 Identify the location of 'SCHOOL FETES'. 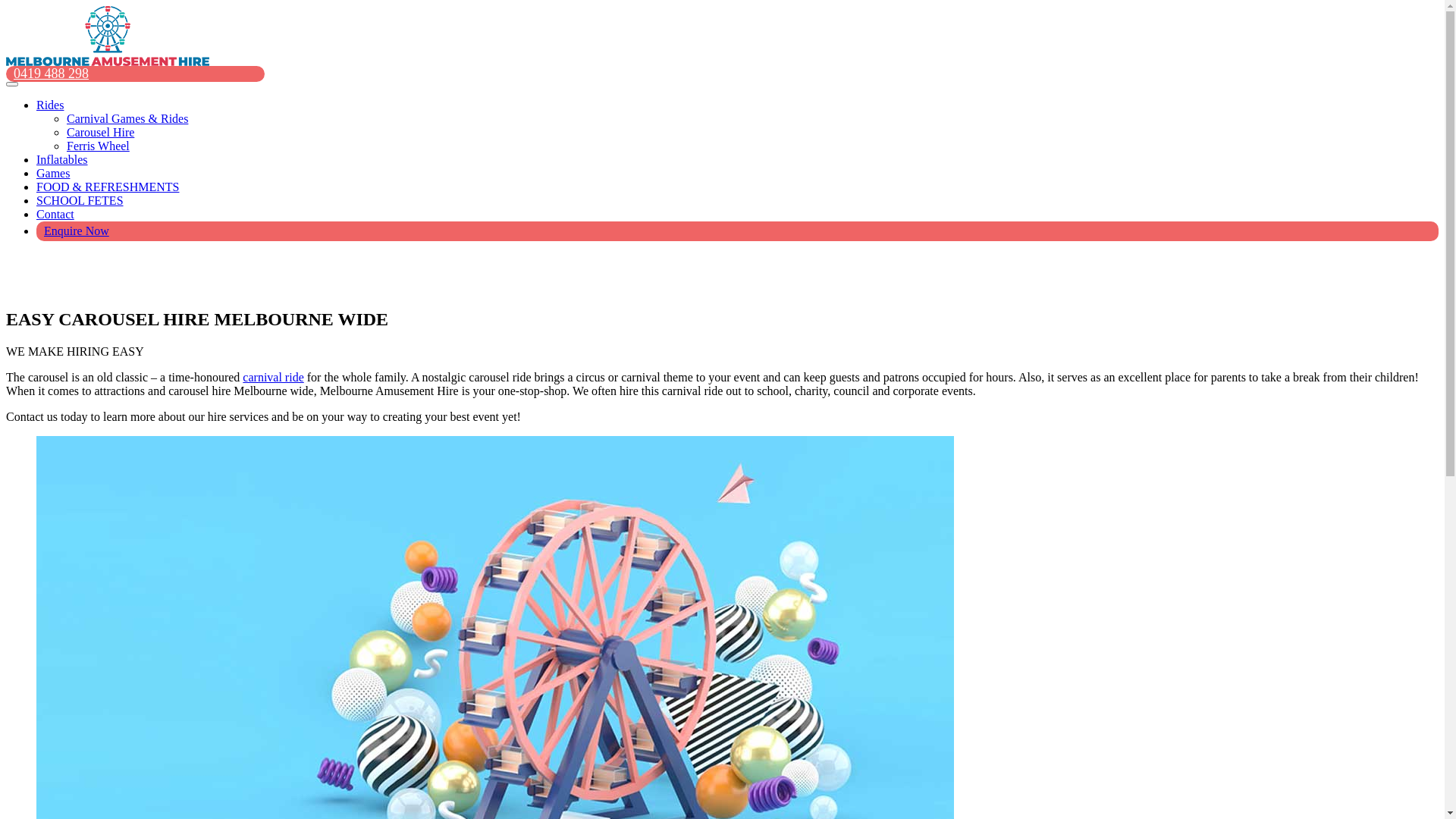
(36, 199).